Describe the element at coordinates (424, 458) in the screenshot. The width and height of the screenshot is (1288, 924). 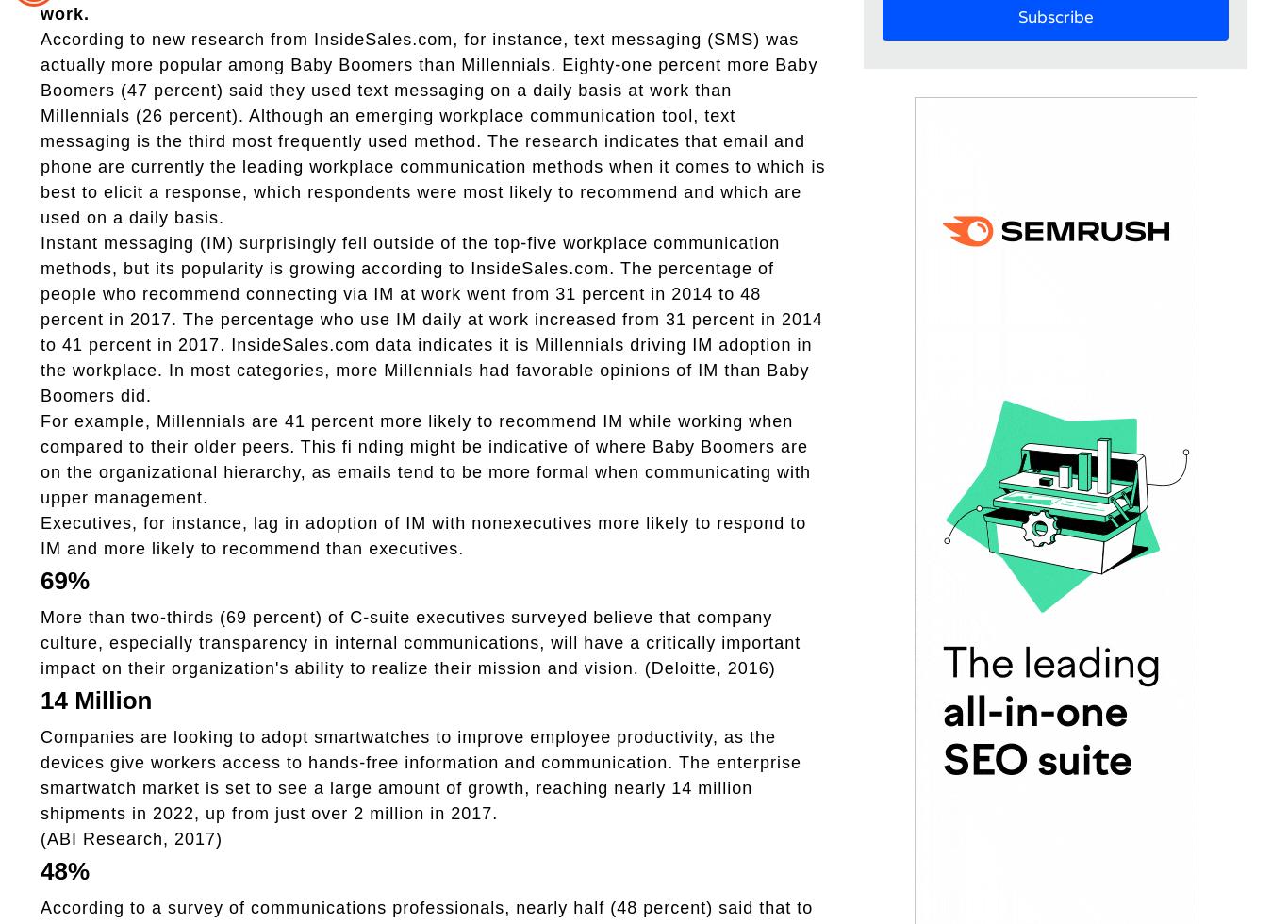
I see `'For example, Millennials are 41 percent more likely to recommend IM while working when compared to their older peers. This fi nding might be indicative of where Baby Boomers are on the organizational hierarchy, as emails tend to be more formal when communicating with upper management.'` at that location.